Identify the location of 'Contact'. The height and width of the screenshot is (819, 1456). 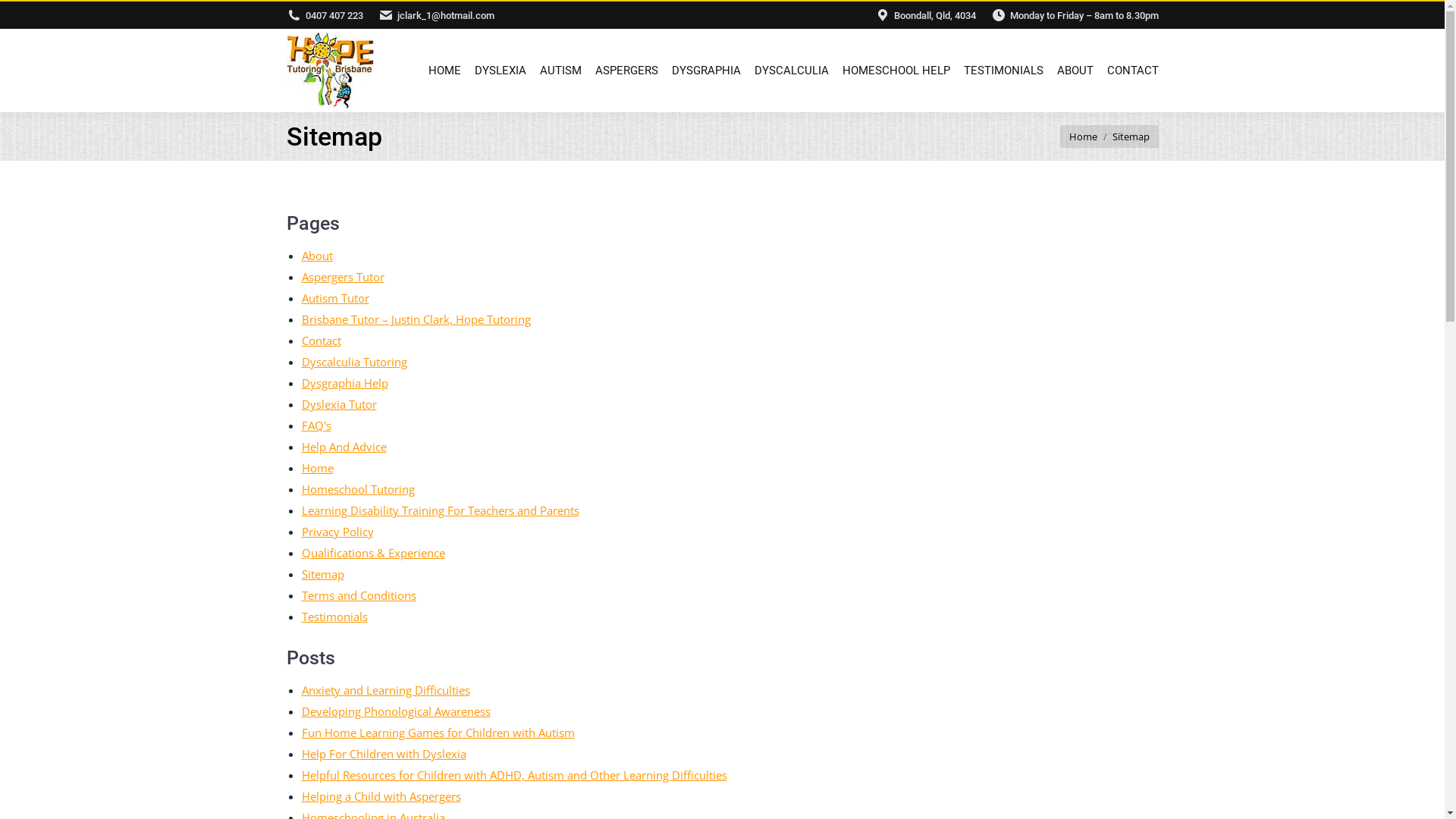
(320, 339).